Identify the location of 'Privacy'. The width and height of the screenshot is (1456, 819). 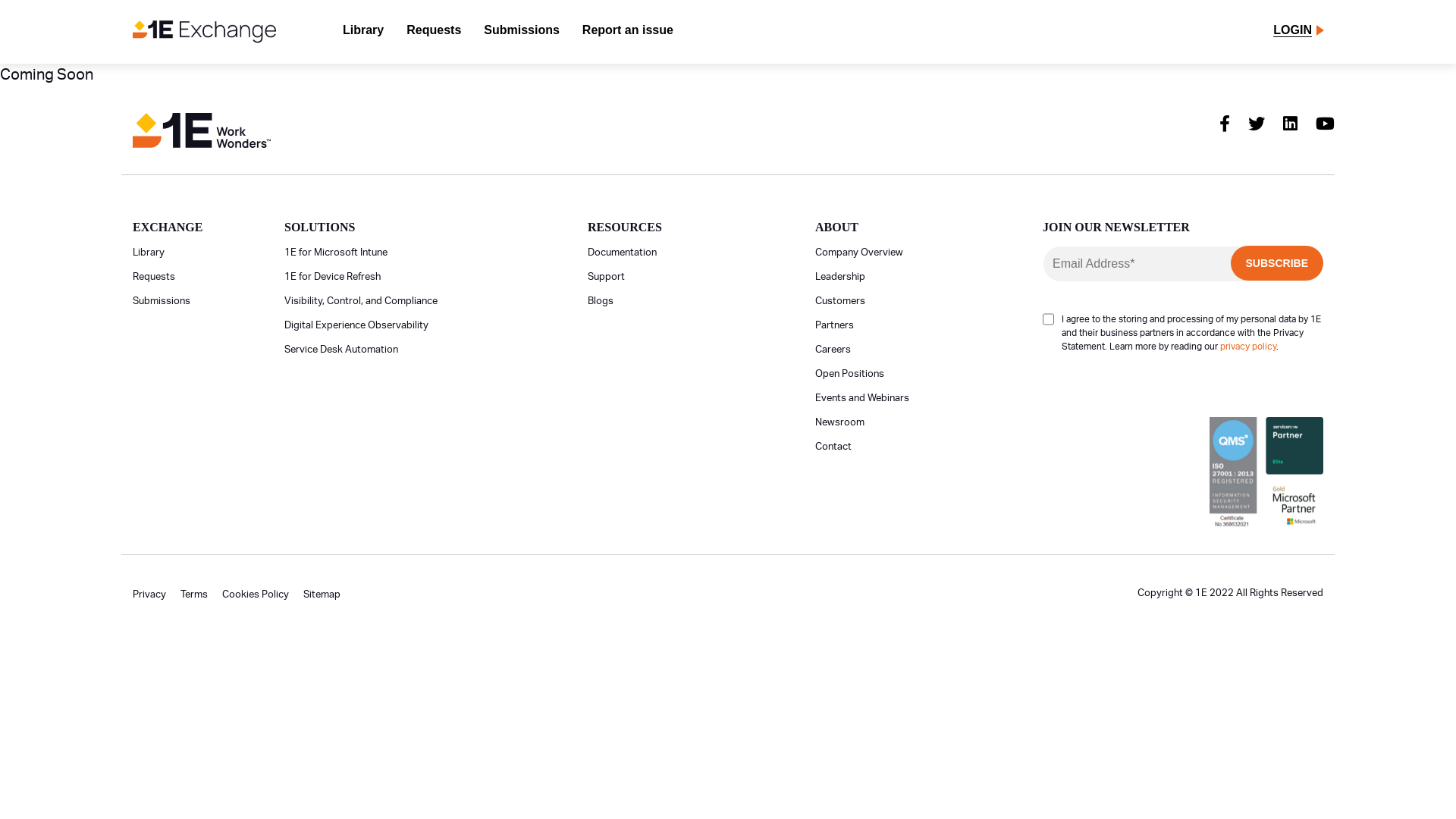
(149, 594).